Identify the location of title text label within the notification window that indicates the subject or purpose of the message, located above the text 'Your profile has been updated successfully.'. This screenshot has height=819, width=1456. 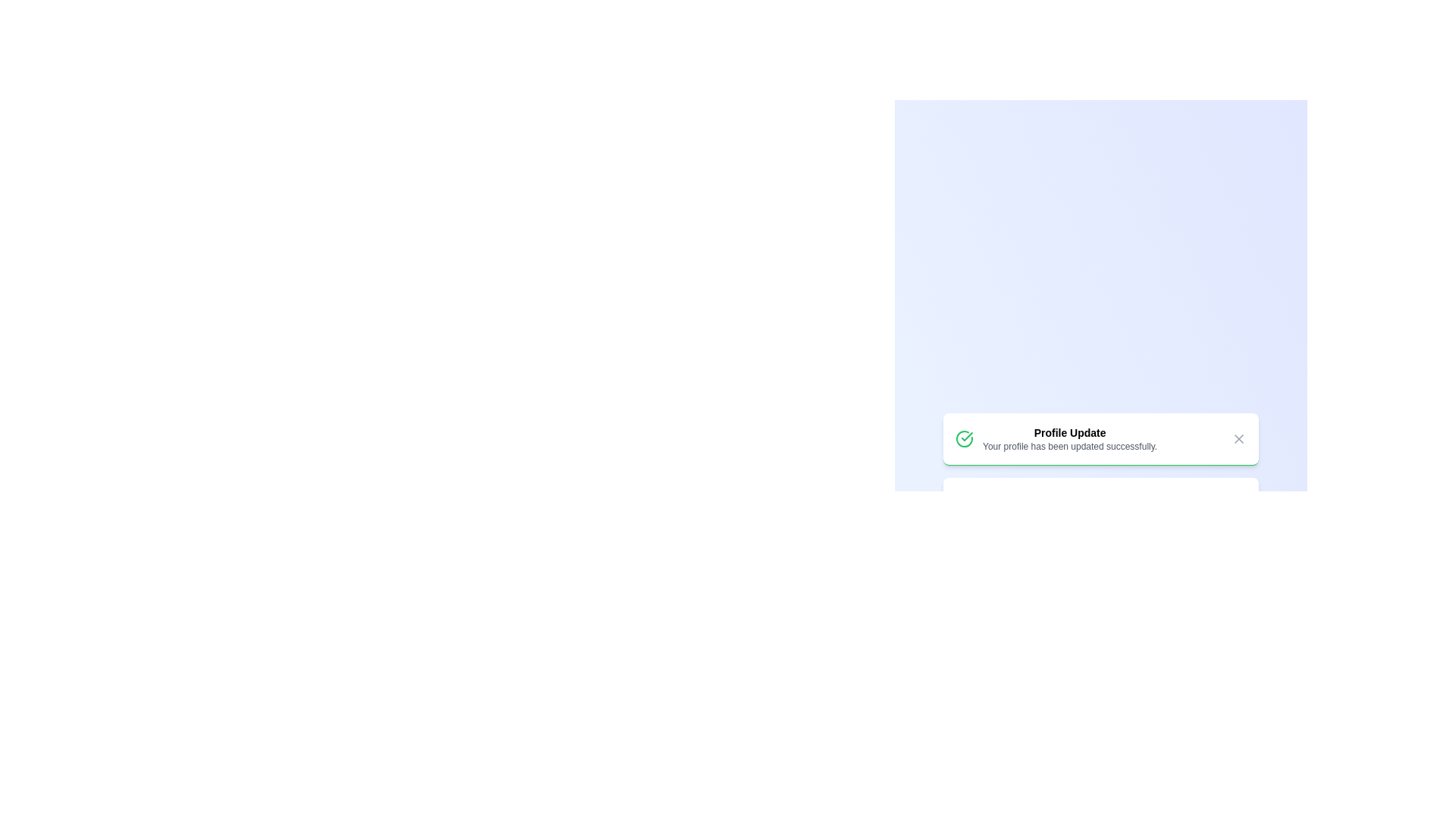
(1069, 432).